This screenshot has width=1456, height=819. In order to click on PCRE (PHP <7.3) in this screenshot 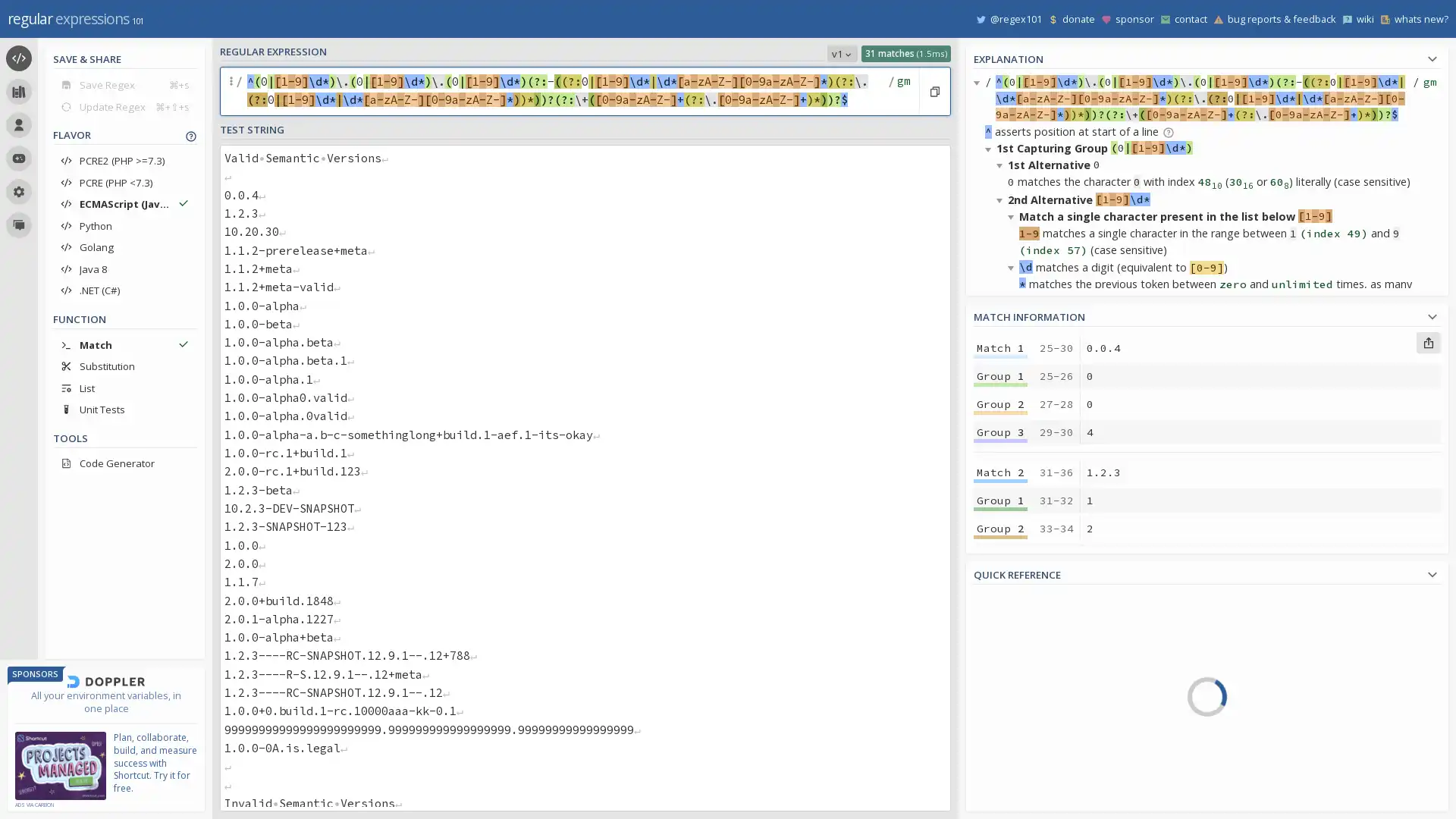, I will do `click(124, 181)`.